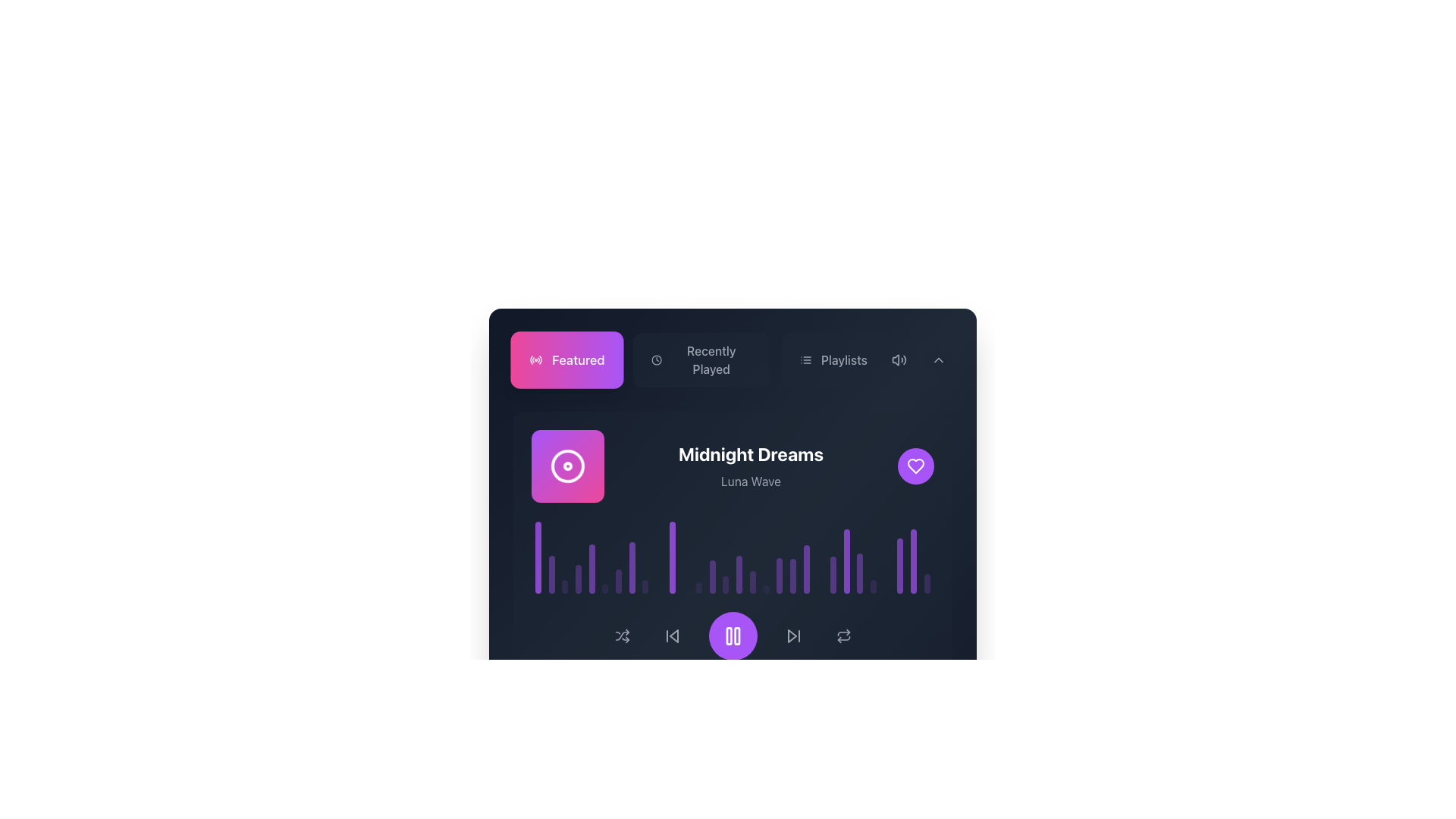 Image resolution: width=1456 pixels, height=819 pixels. Describe the element at coordinates (619, 581) in the screenshot. I see `the 7th element of the horizontally aligned indicator bar group located beneath the song title 'Midnight Dreams' and the album cover image` at that location.